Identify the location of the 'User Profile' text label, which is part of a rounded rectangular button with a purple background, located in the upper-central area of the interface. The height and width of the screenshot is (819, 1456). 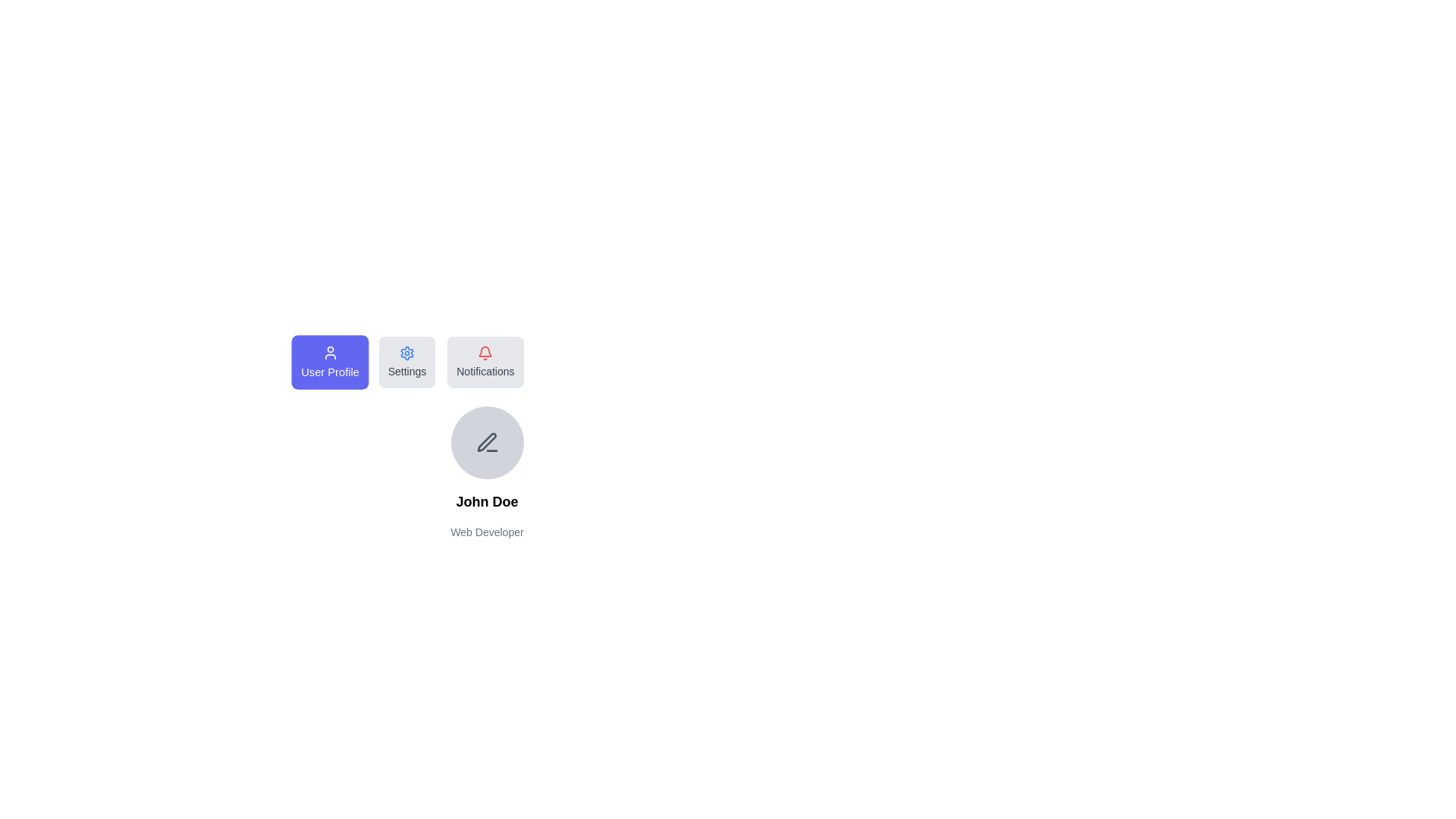
(329, 372).